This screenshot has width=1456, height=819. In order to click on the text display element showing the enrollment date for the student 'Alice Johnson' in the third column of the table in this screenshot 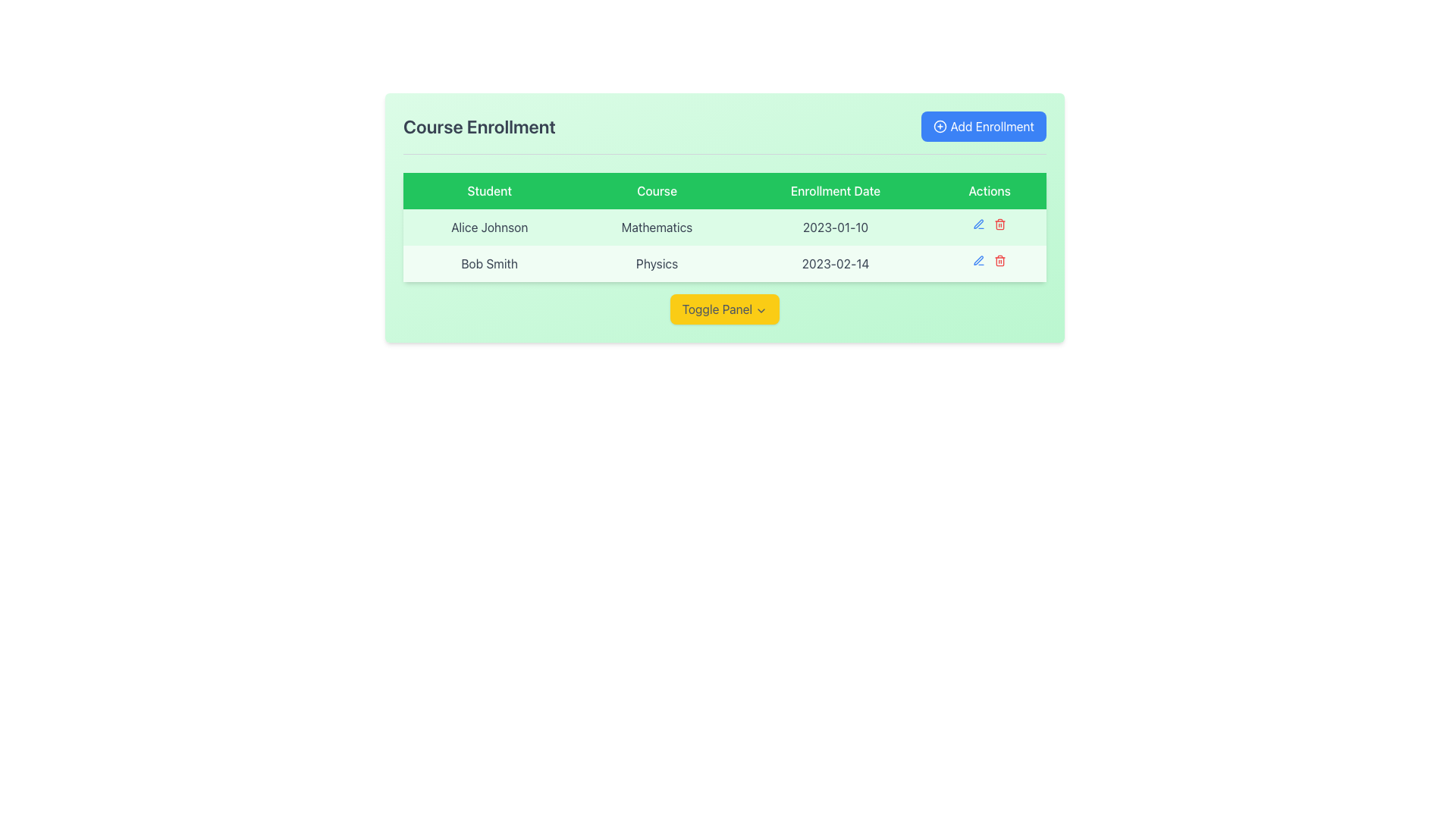, I will do `click(835, 227)`.